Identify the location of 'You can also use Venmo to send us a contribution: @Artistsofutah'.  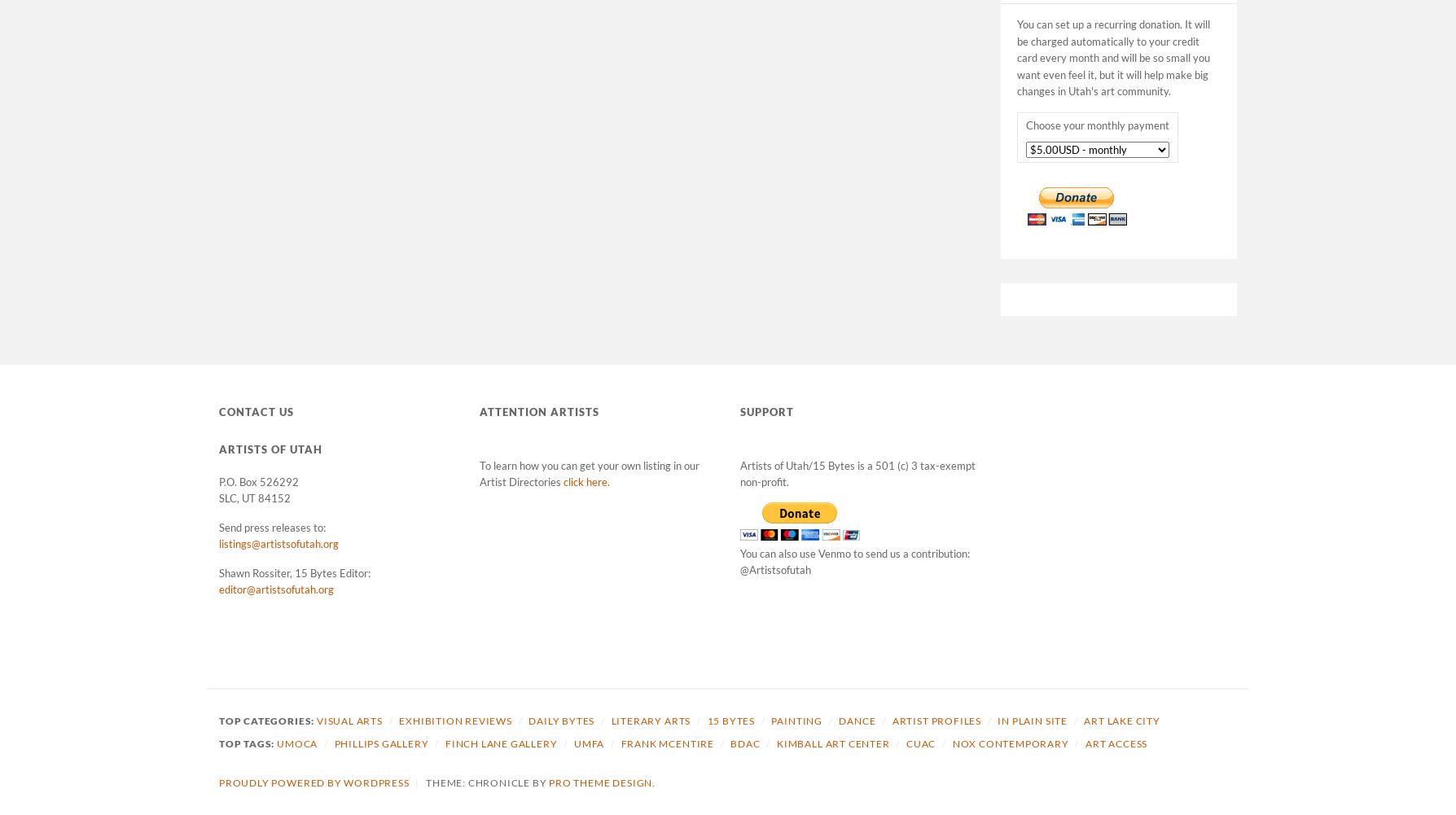
(740, 560).